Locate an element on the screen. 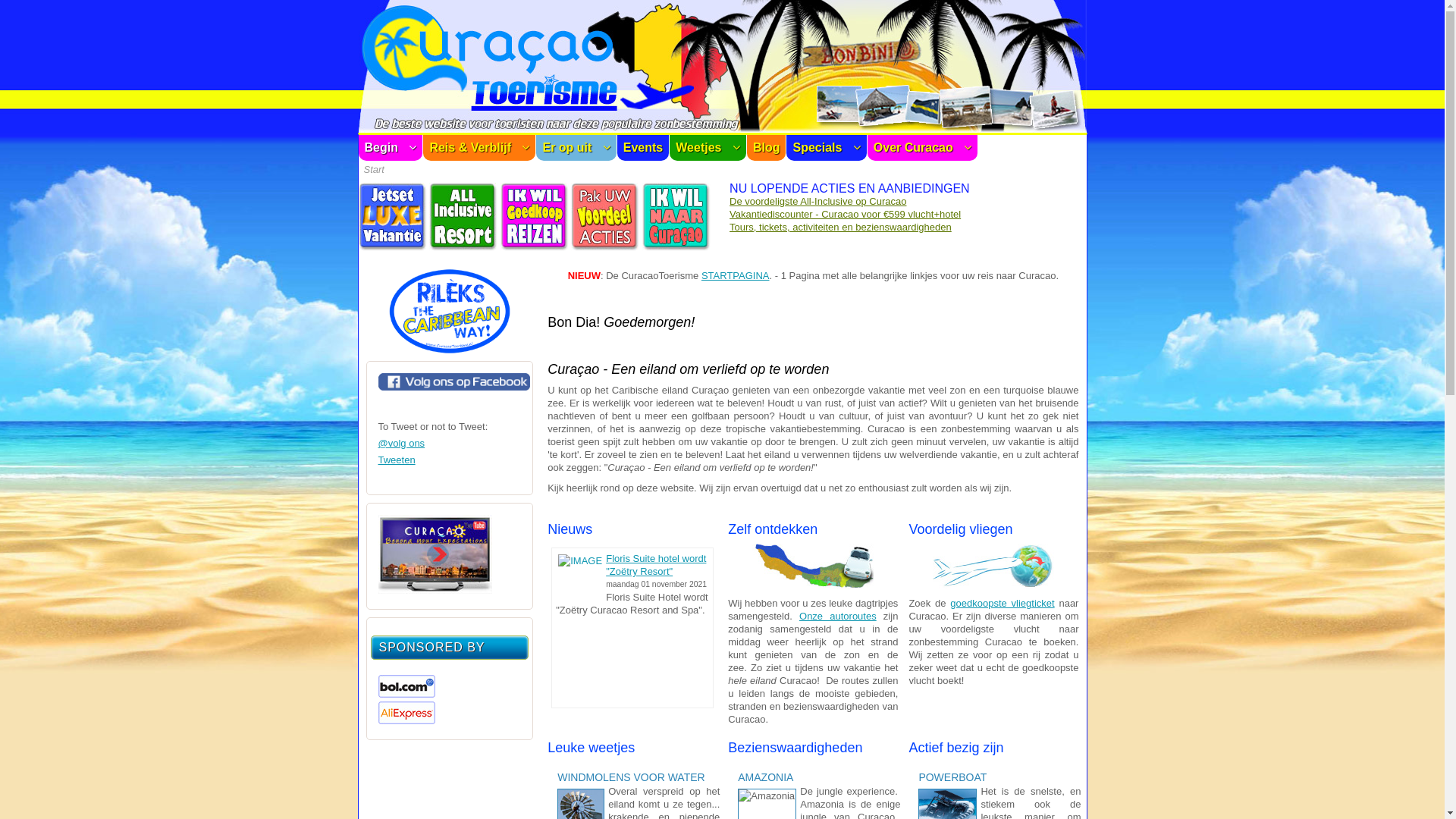  'Reis & Verblijf' is located at coordinates (479, 148).